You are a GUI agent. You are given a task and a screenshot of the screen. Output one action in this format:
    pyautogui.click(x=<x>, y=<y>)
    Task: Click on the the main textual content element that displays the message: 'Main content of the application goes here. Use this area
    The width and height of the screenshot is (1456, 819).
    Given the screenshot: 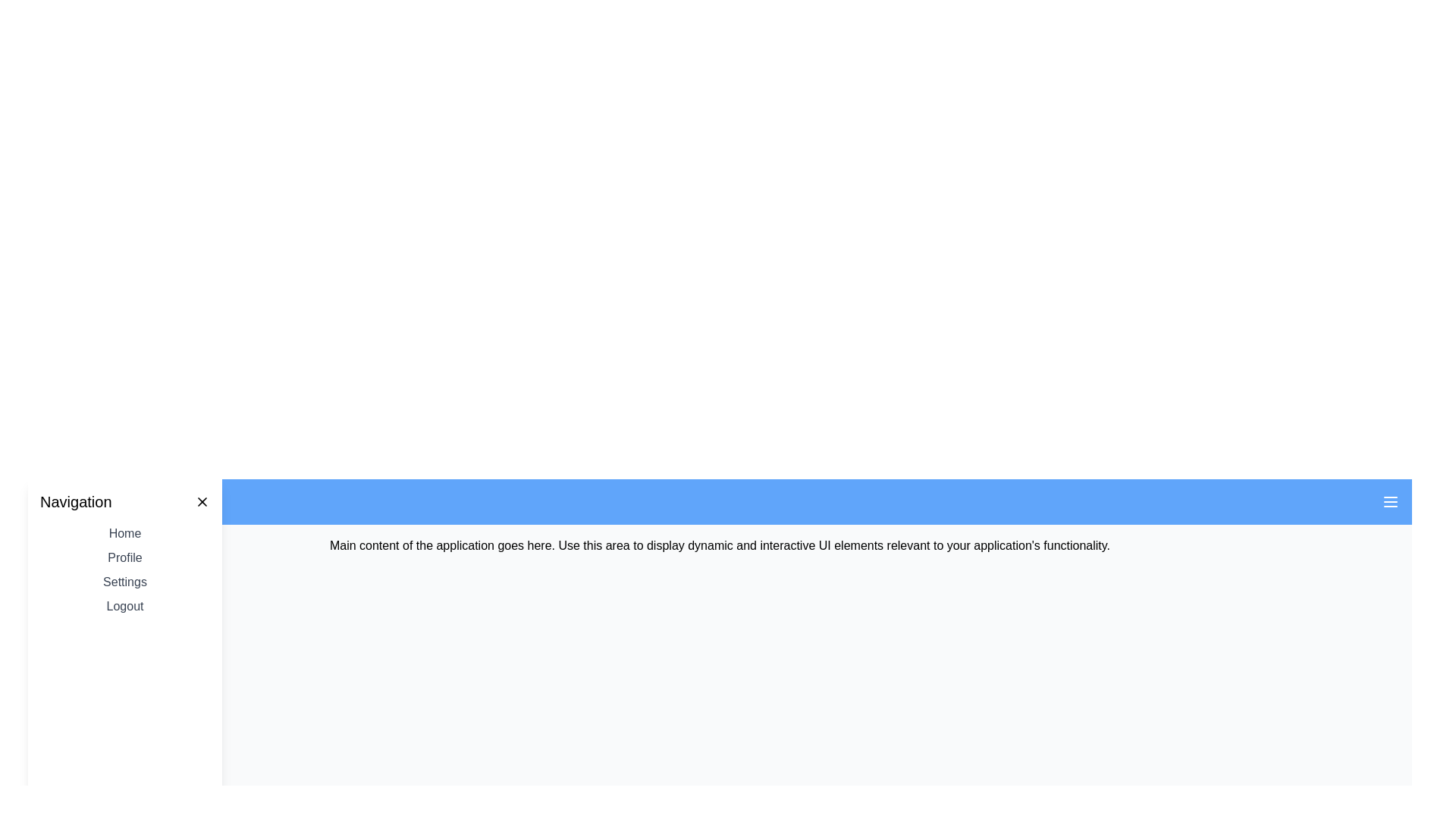 What is the action you would take?
    pyautogui.click(x=719, y=546)
    